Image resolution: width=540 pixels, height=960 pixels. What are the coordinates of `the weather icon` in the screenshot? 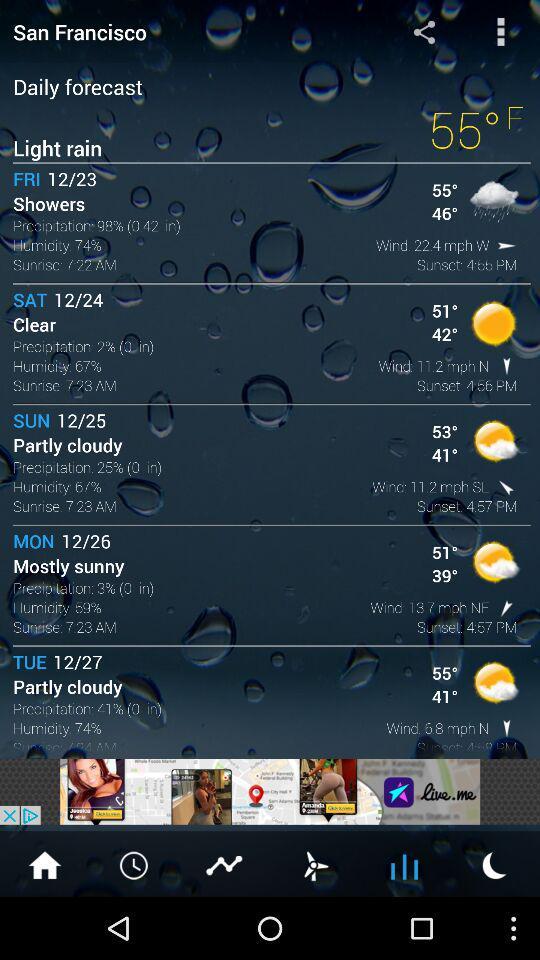 It's located at (494, 925).